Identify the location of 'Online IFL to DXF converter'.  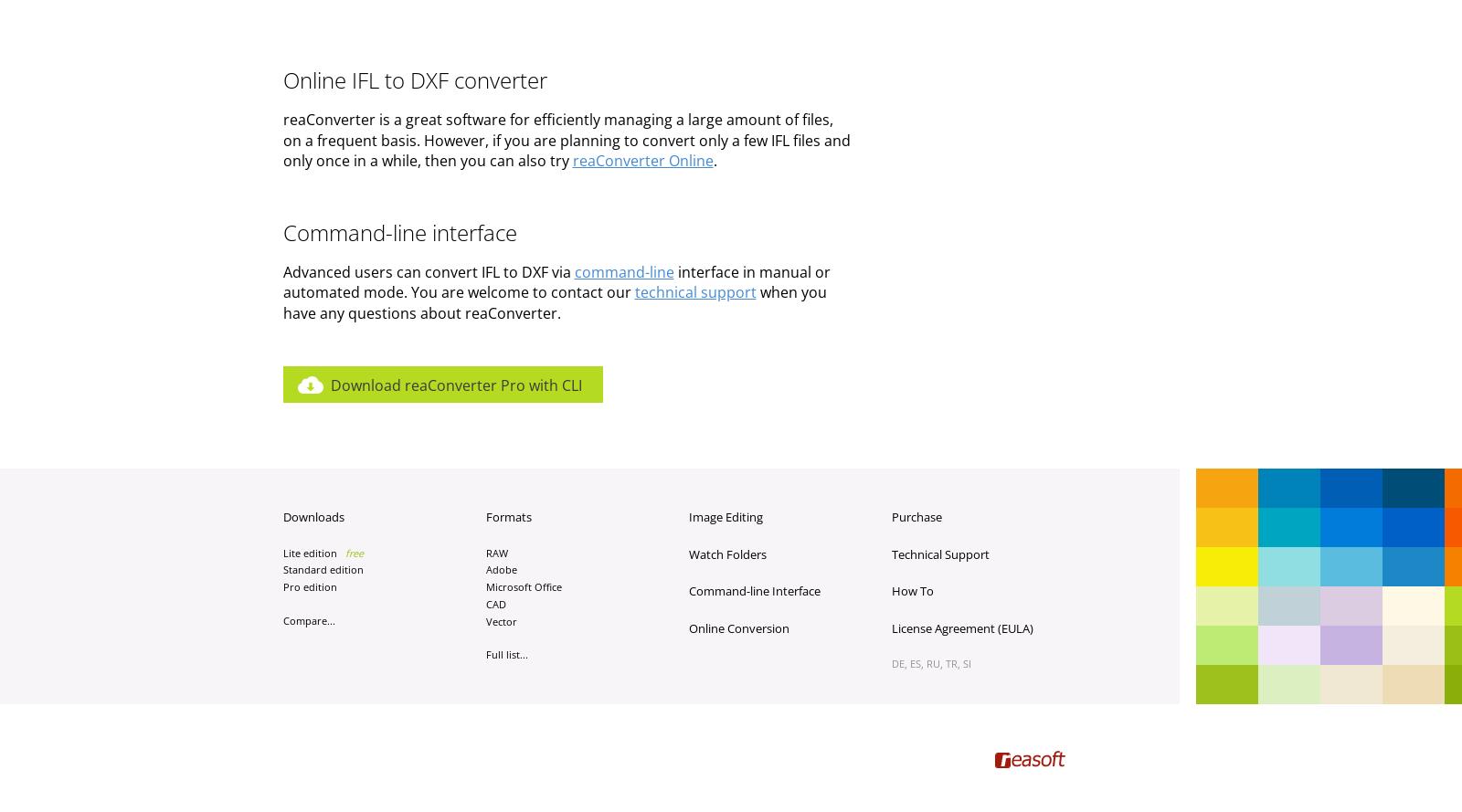
(281, 79).